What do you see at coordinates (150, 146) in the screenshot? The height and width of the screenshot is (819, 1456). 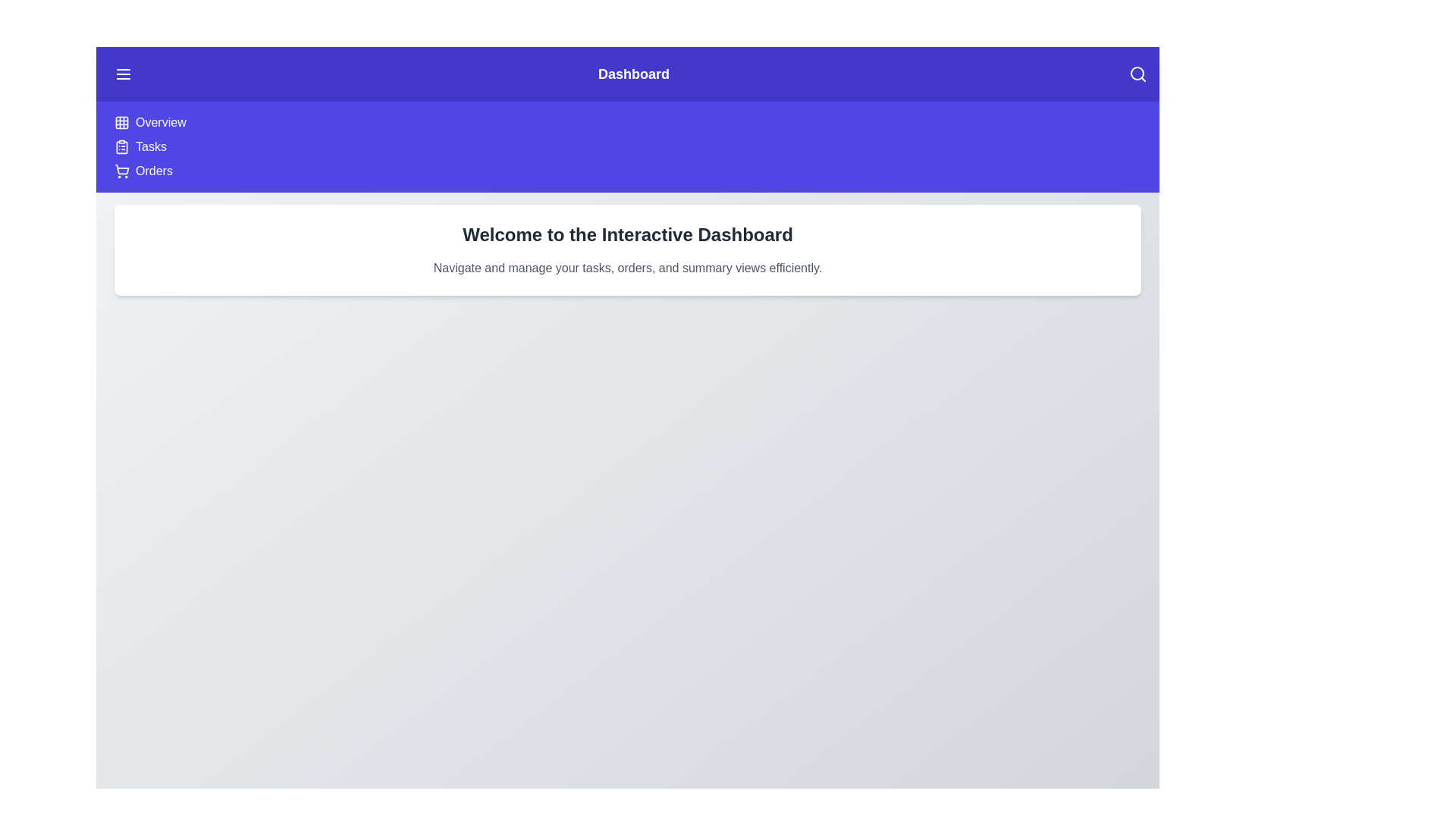 I see `the menu item Tasks to navigate` at bounding box center [150, 146].